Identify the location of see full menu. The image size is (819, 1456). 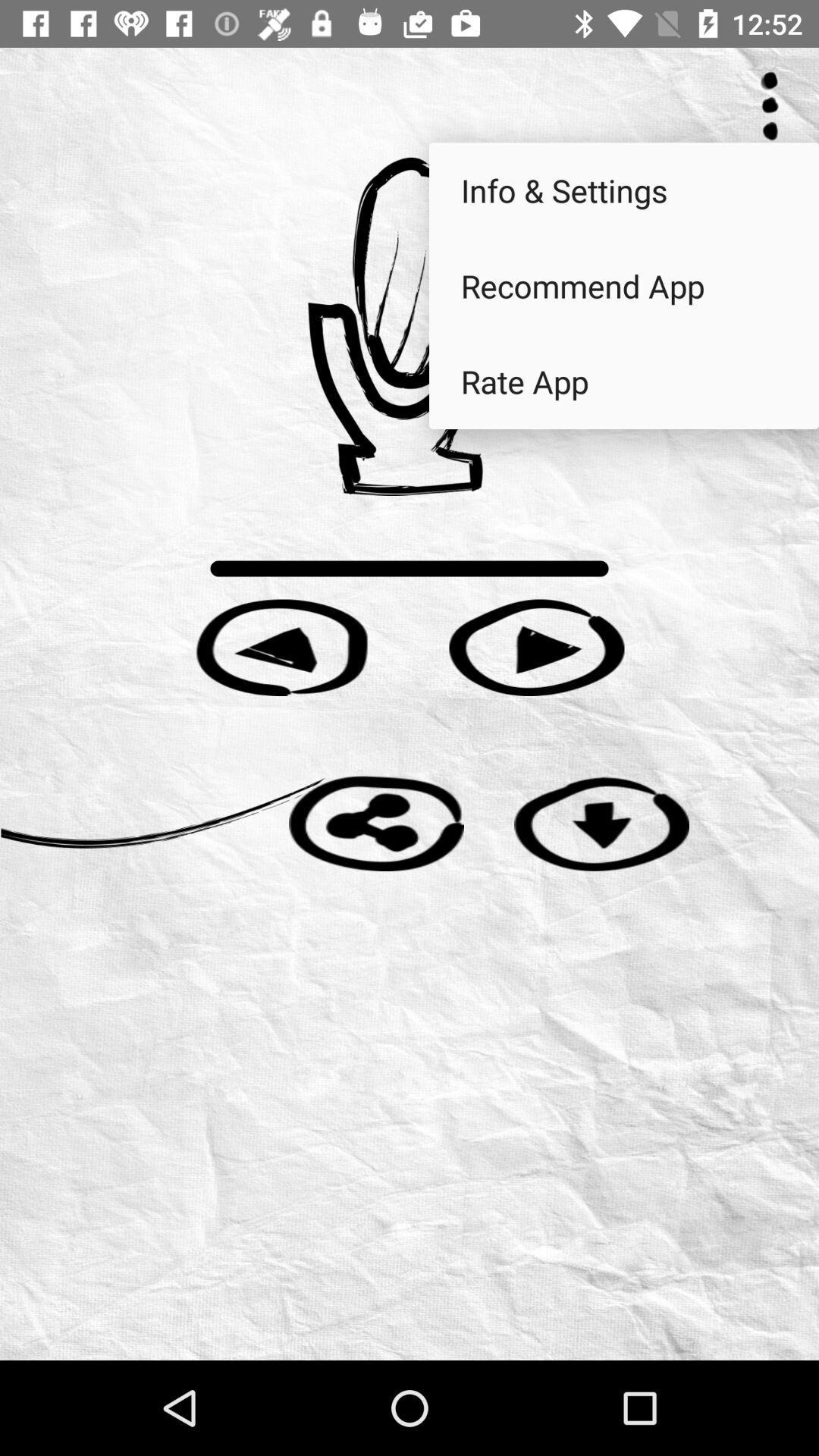
(770, 105).